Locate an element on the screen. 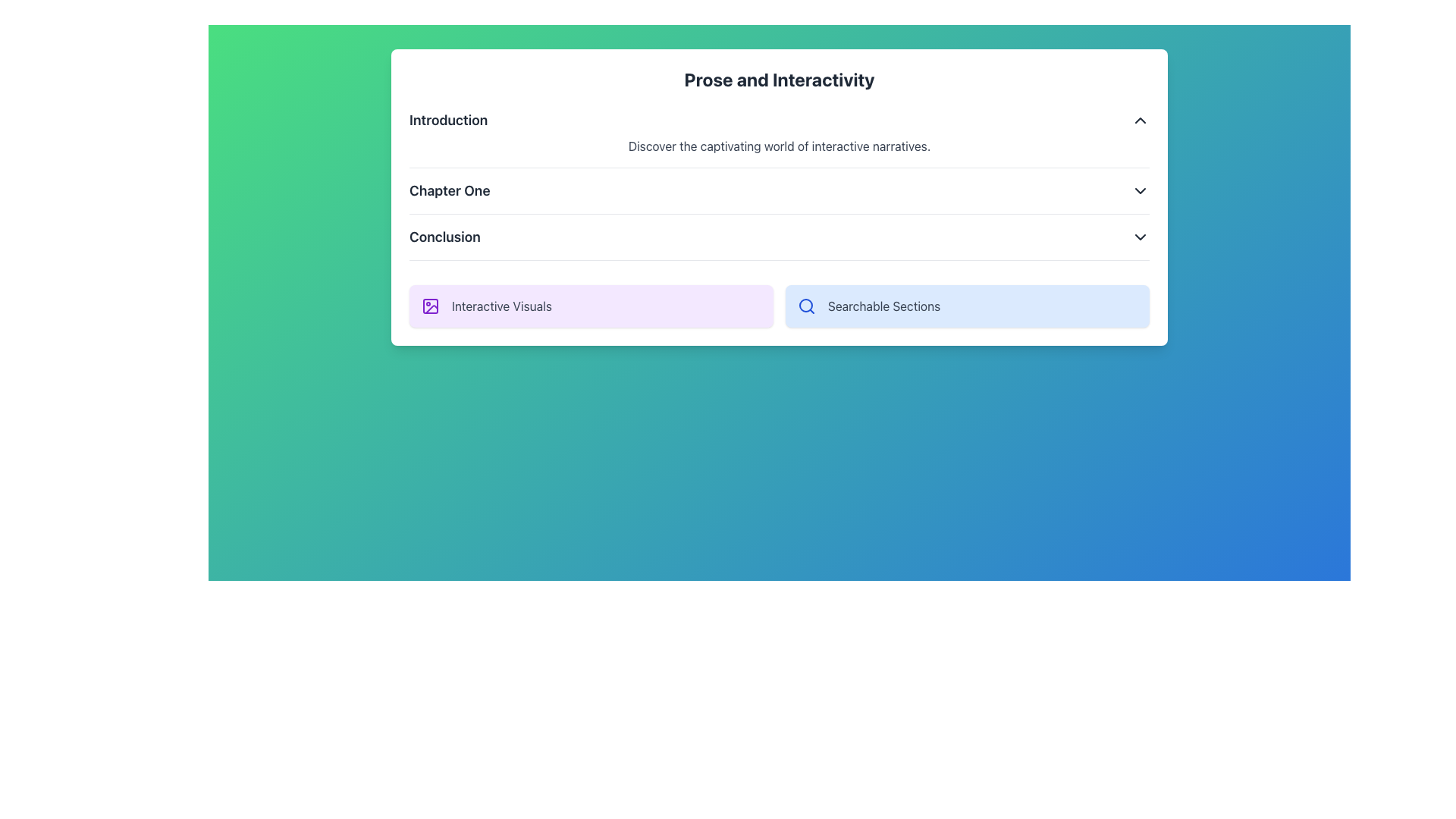  the decorative vector graphic element that is part of the icon, which is a small rectangular shape with rounded corners, located adjacent to the 'Interactive Visuals' label in the card interface is located at coordinates (429, 306).